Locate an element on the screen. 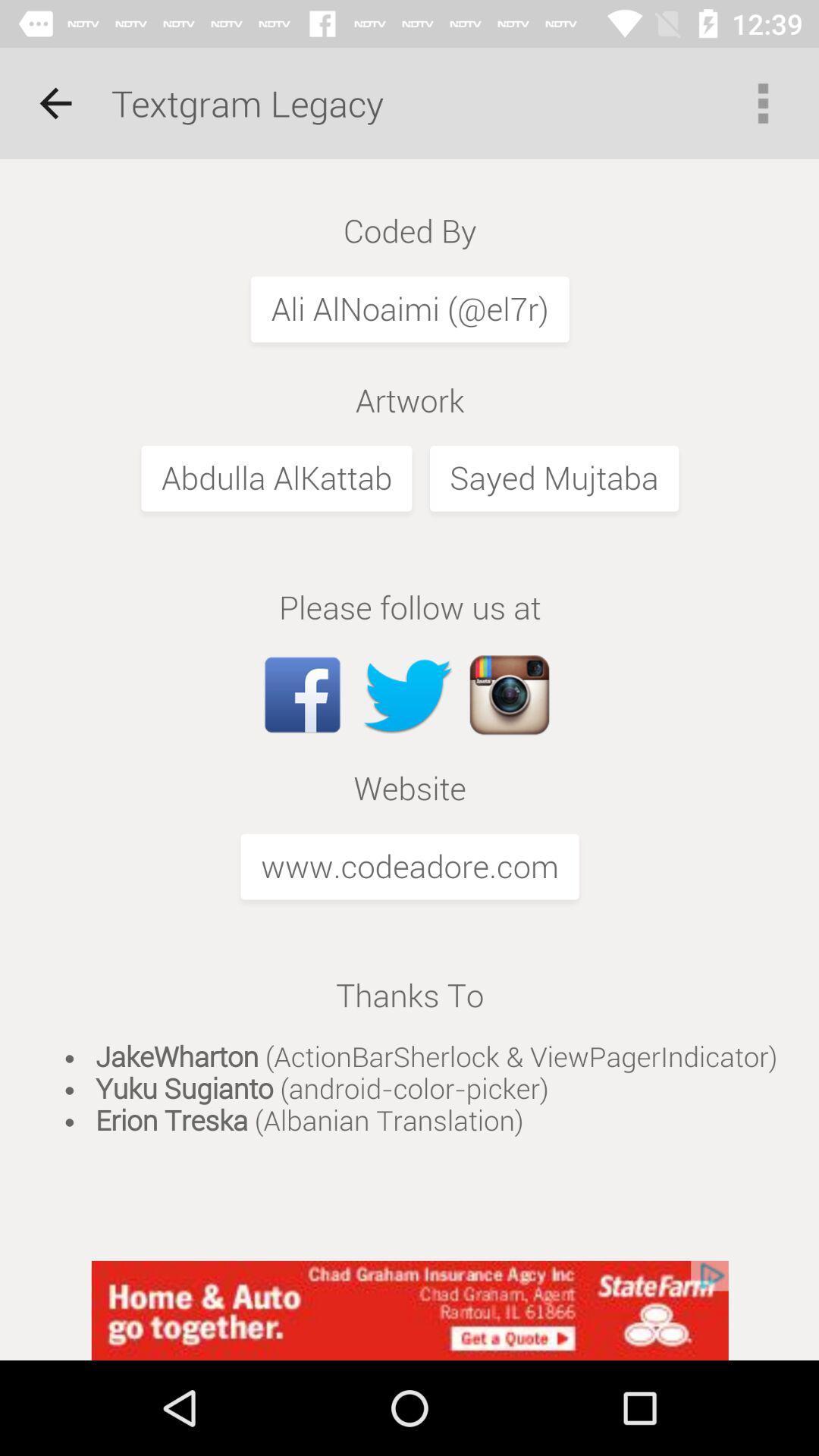 The width and height of the screenshot is (819, 1456). the image is located at coordinates (409, 709).